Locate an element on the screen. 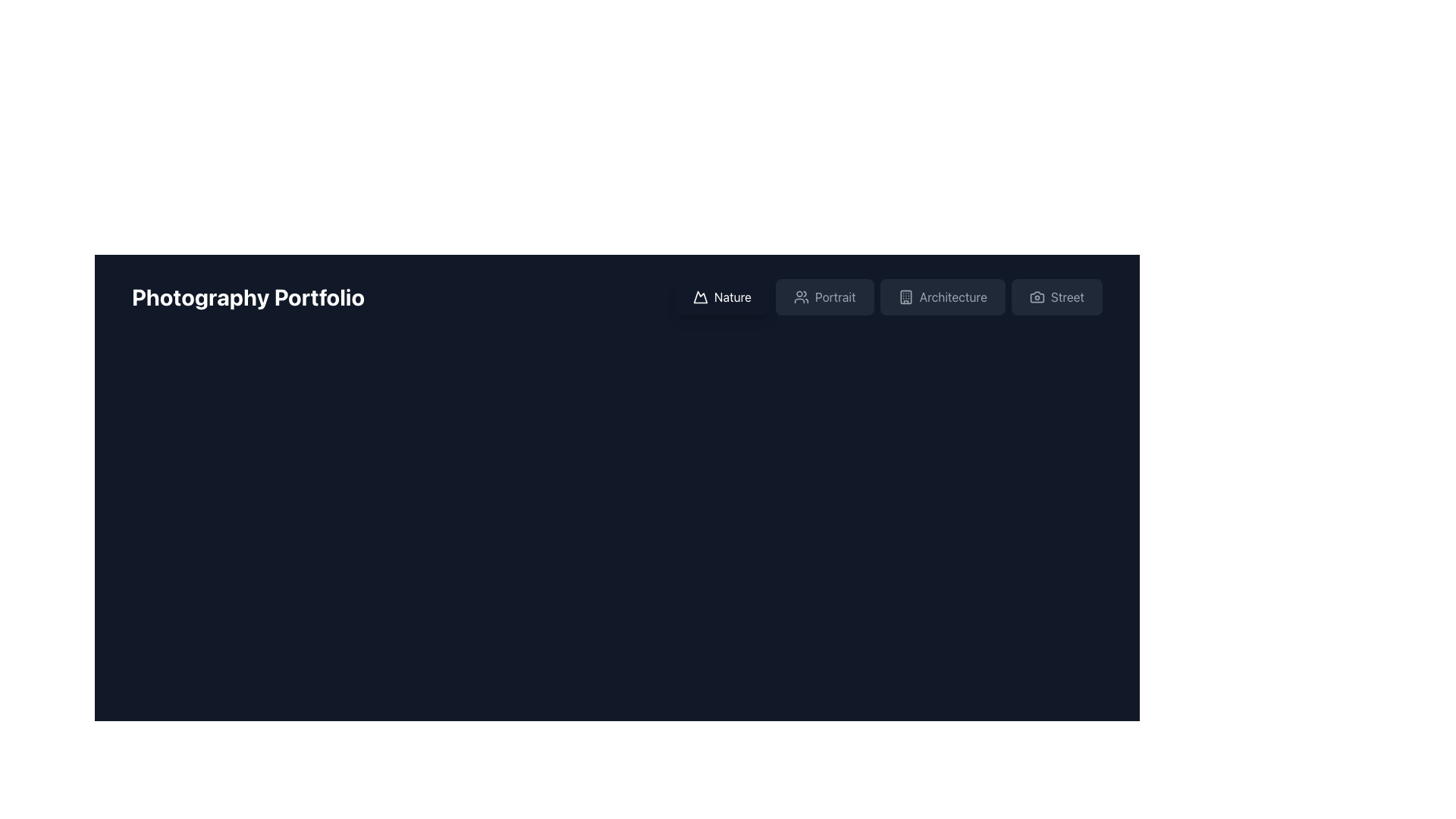  the 'Architecture' text label in the navigation menu is located at coordinates (952, 297).